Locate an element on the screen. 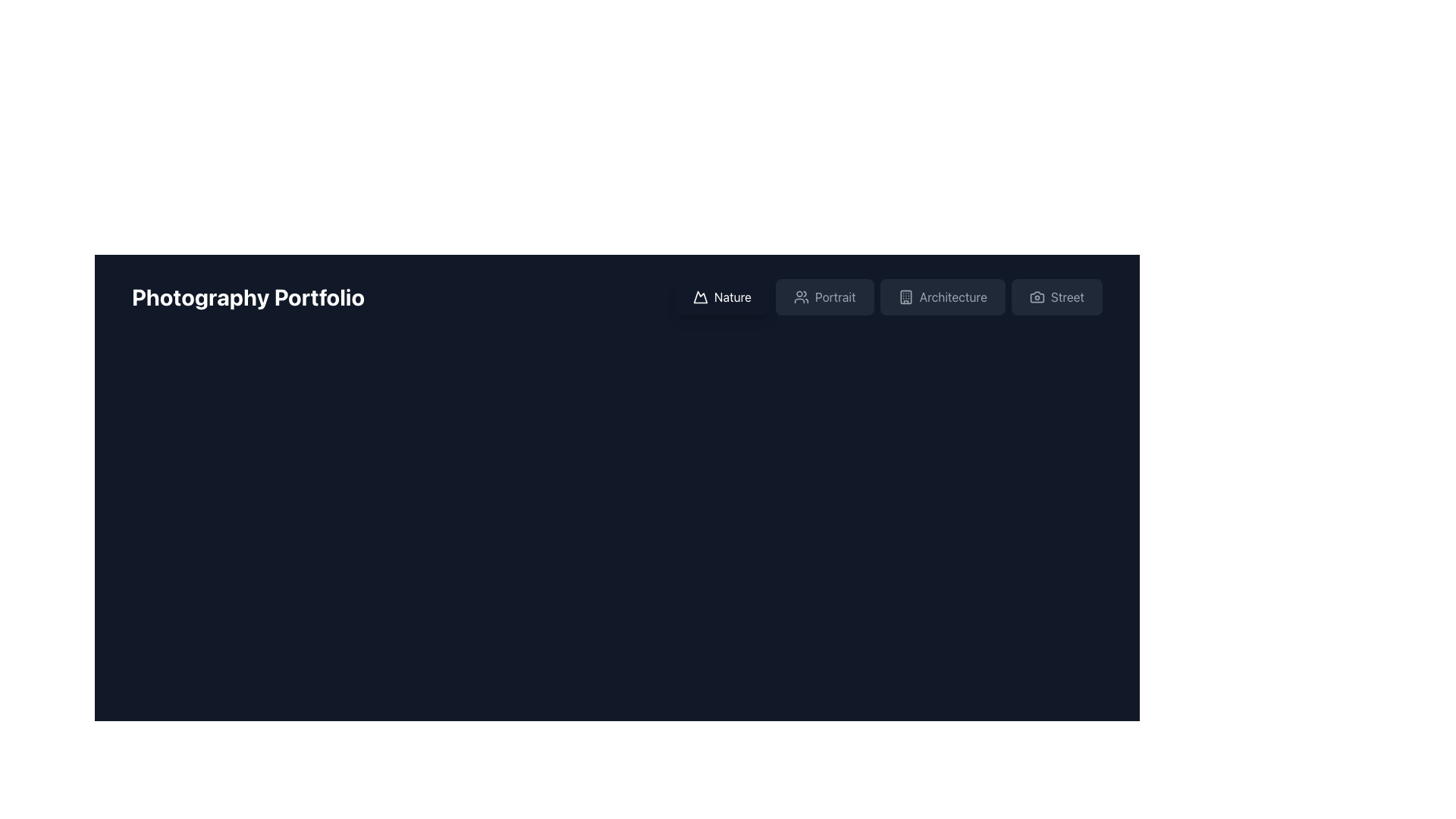  the 'Architecture' text label in the navigation menu is located at coordinates (952, 297).